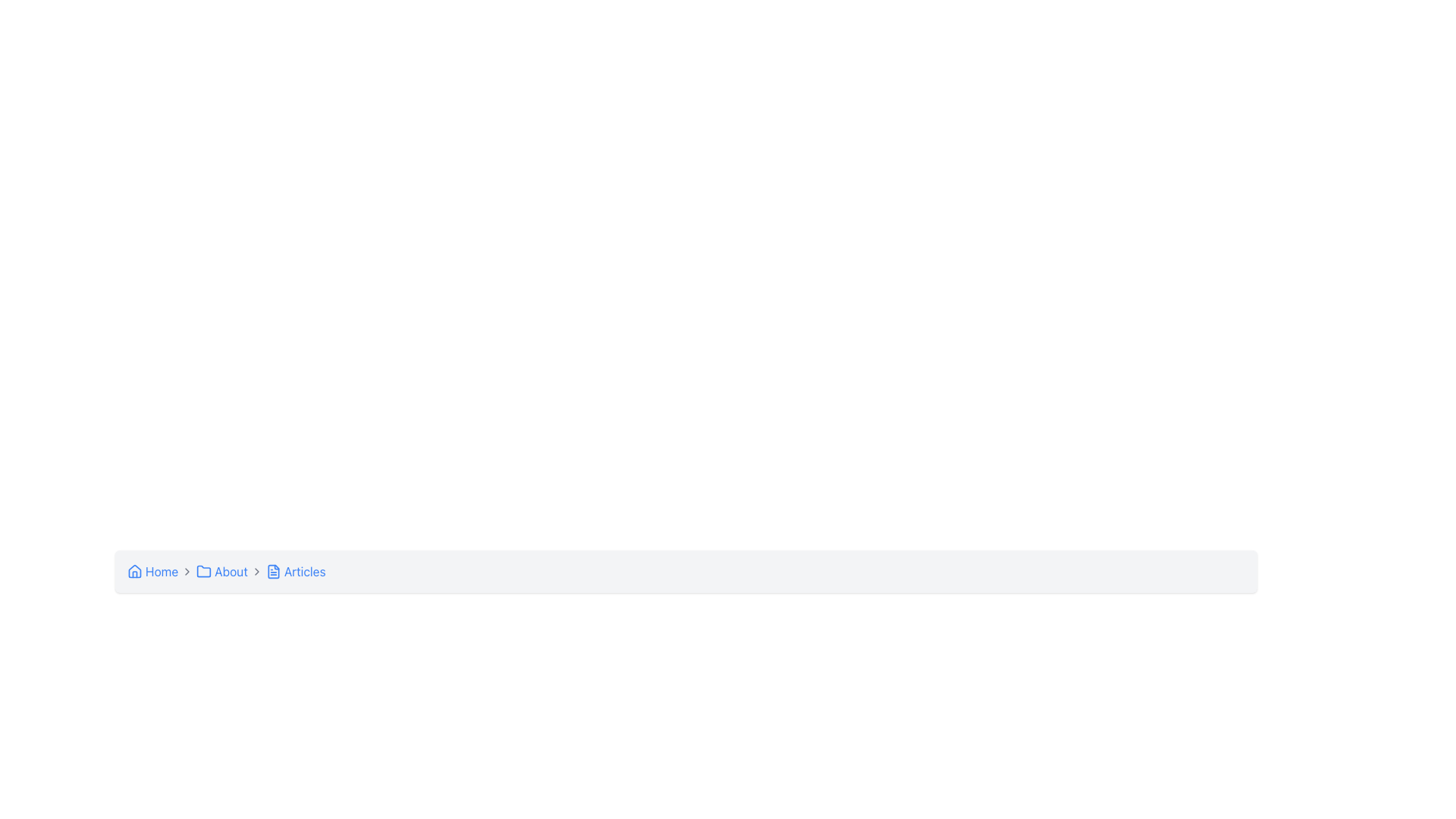 This screenshot has height=819, width=1456. I want to click on the 'Home' icon in the breadcrumb navigation bar, so click(134, 570).